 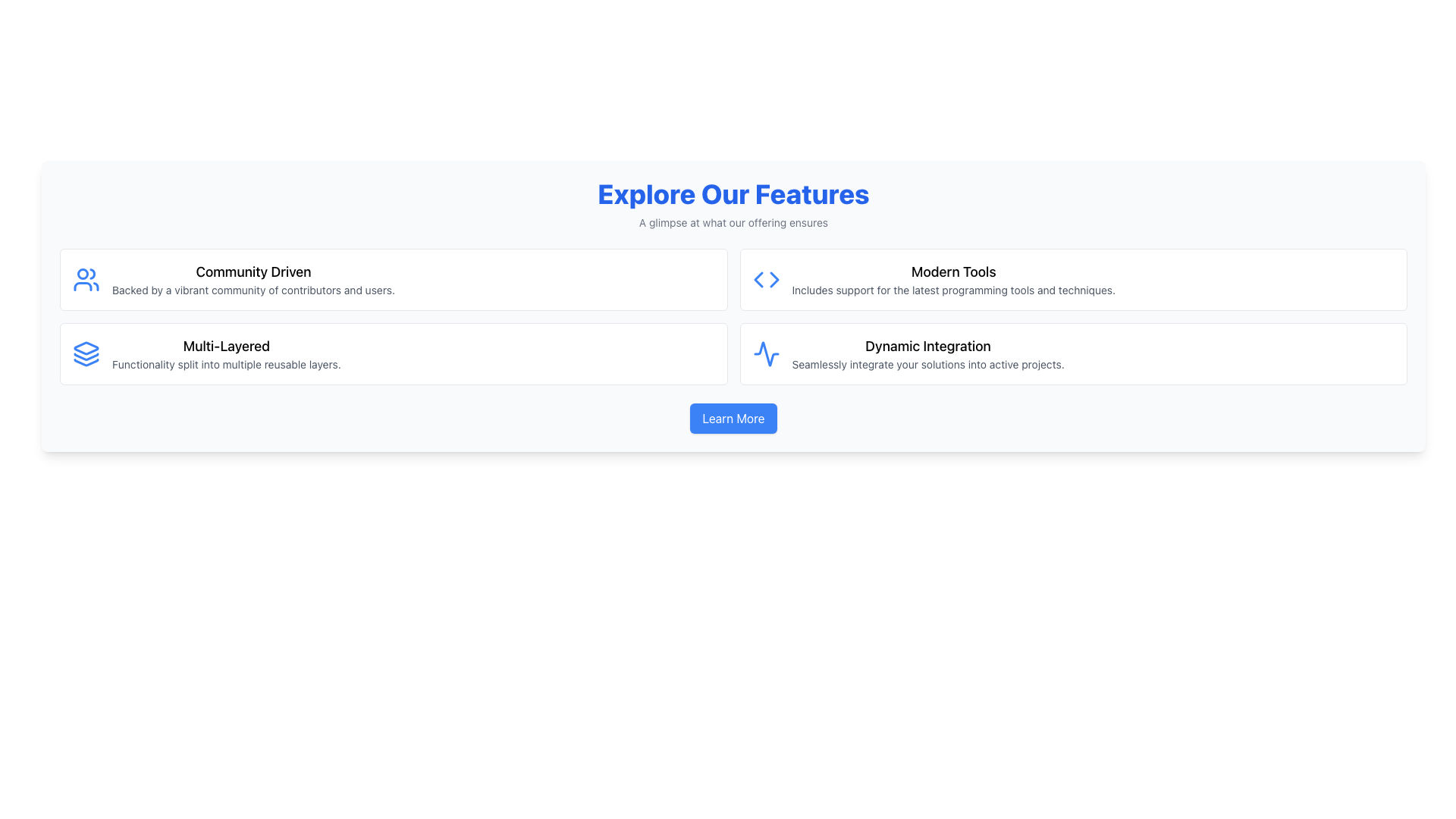 I want to click on the decorative element within the SVG icon on the left side of the 'Community Driven' section, which is part of the top row of features in the presentation panel, so click(x=82, y=274).